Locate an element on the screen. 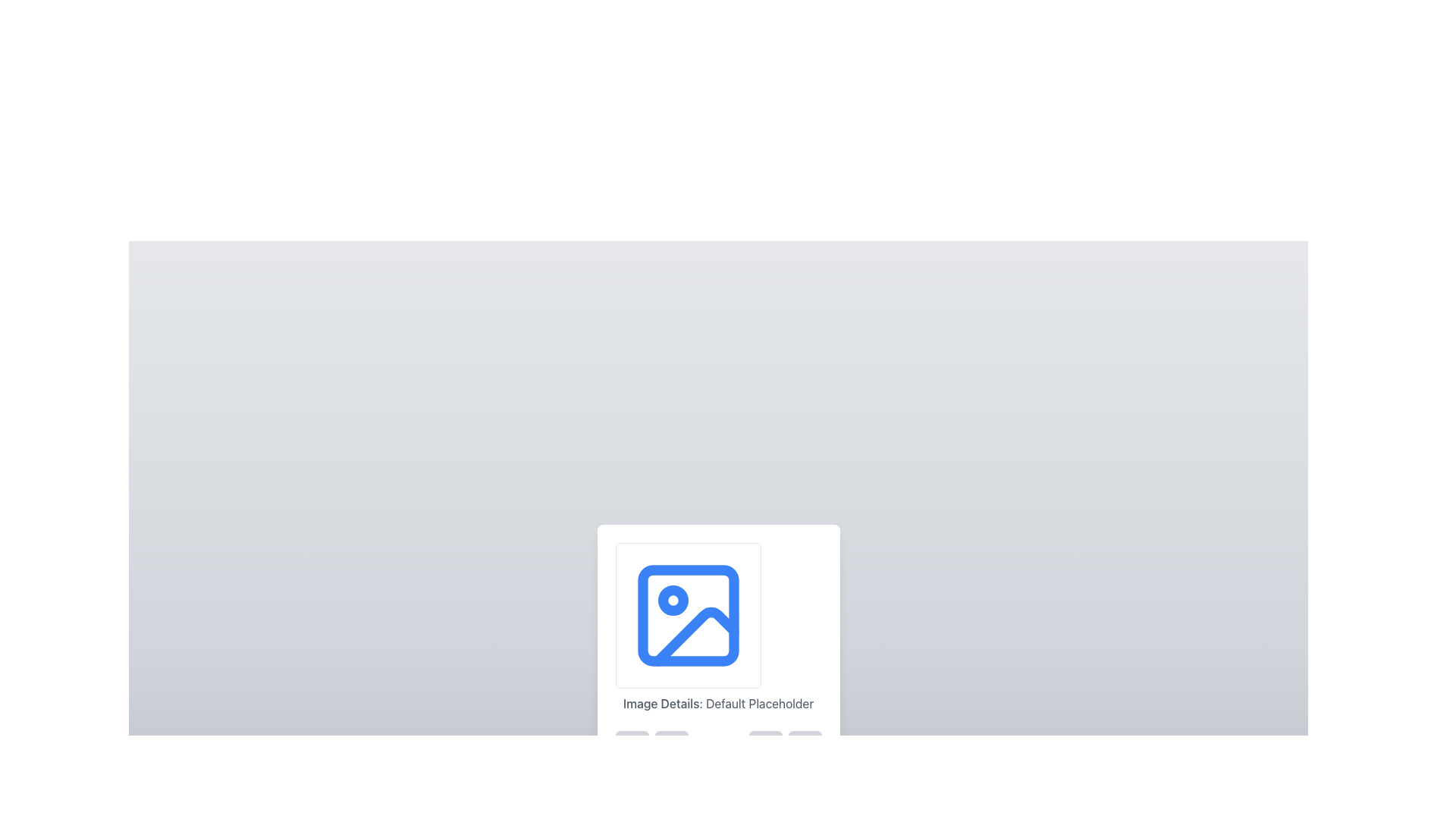  the zoom-out button with a gray background and a magnifying glass with a minus symbol is located at coordinates (670, 744).